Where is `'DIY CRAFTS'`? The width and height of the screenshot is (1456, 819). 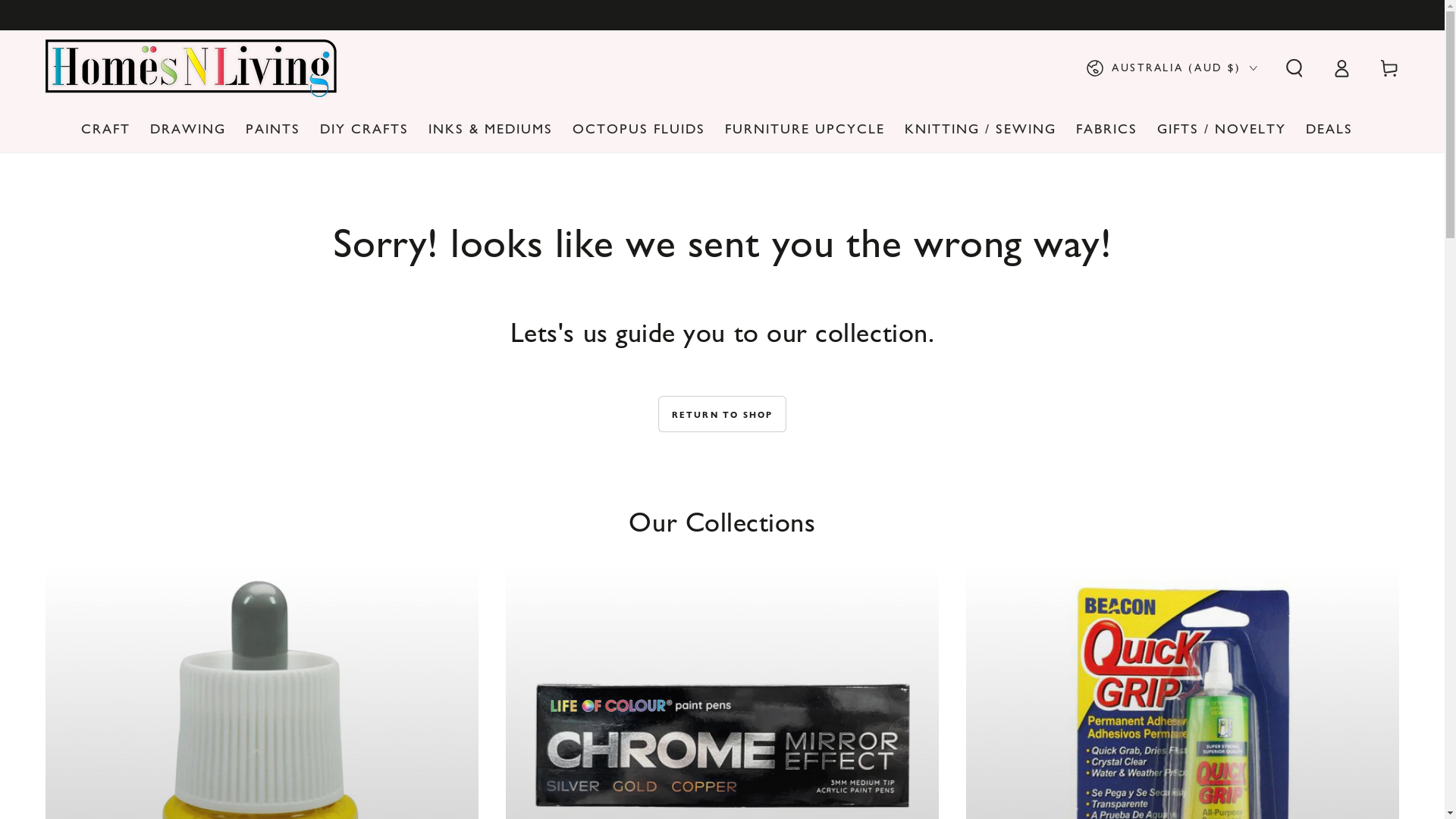 'DIY CRAFTS' is located at coordinates (364, 128).